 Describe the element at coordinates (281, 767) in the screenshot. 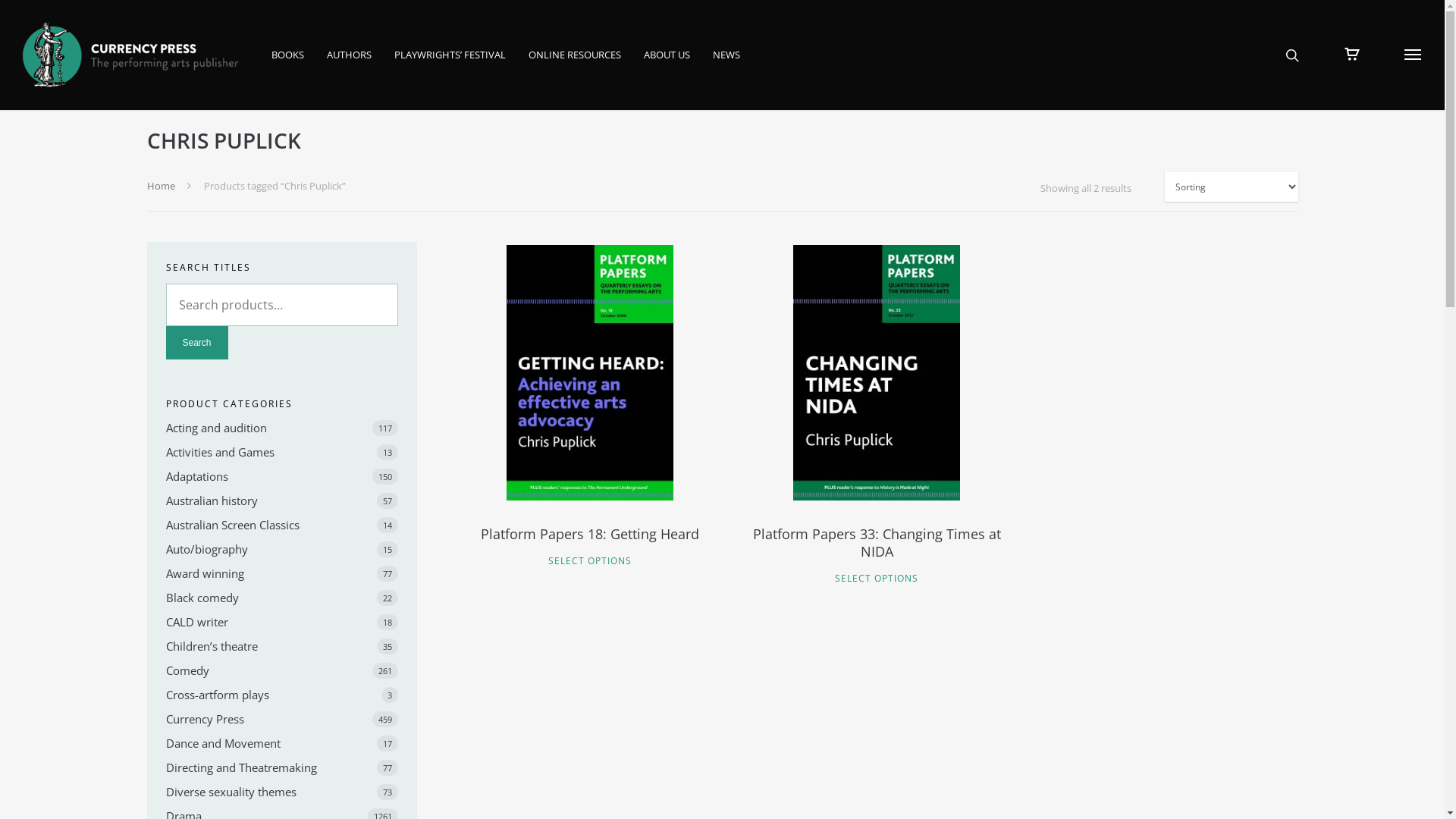

I see `'Directing and Theatremaking'` at that location.